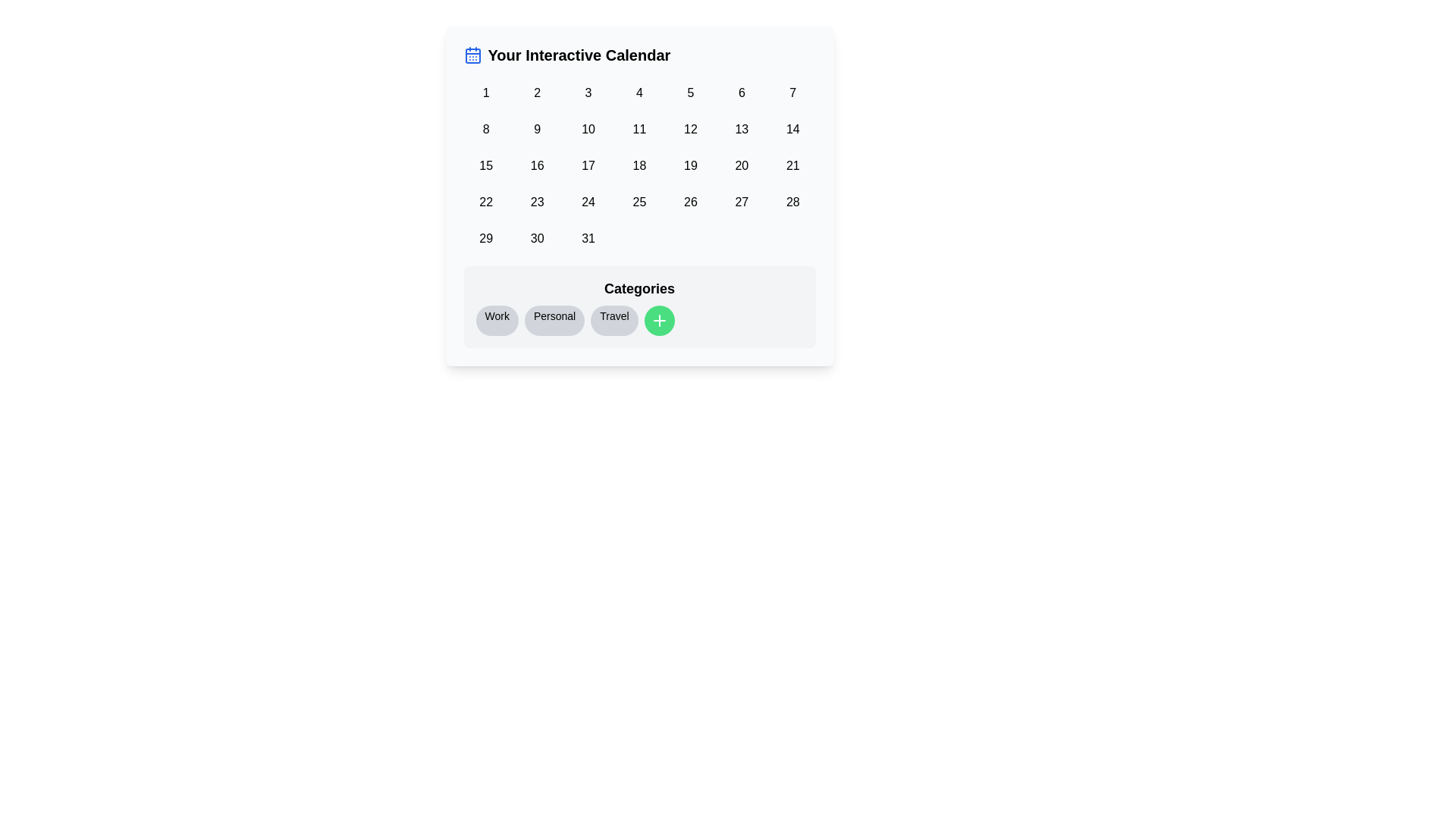  What do you see at coordinates (486, 239) in the screenshot?
I see `the interactive date element '29' on the calendar grid` at bounding box center [486, 239].